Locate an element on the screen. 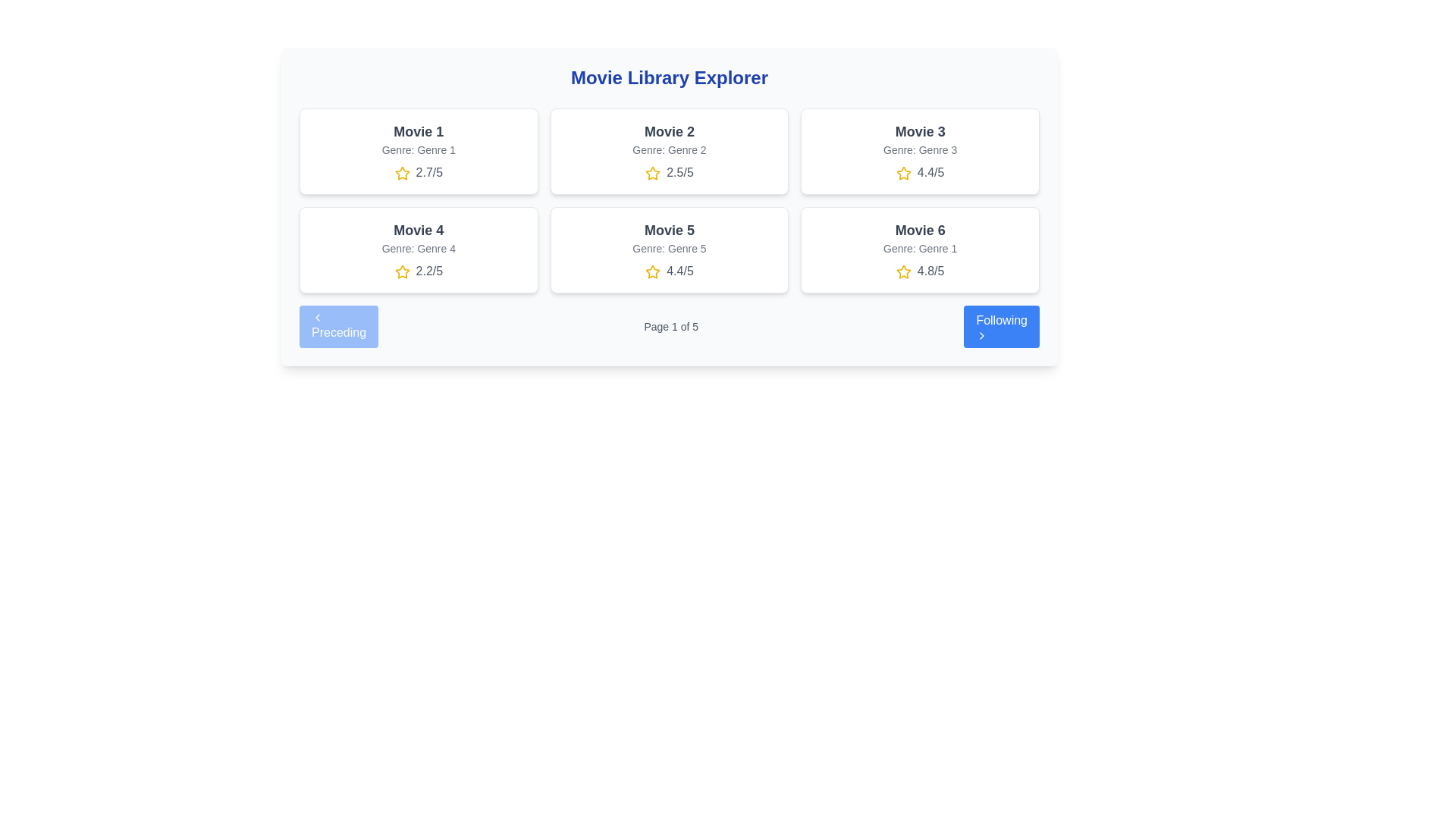  the right-pointing chevron icon located near the right side of the 'Following' button's text, indicating navigation to another page or detailed view is located at coordinates (982, 335).